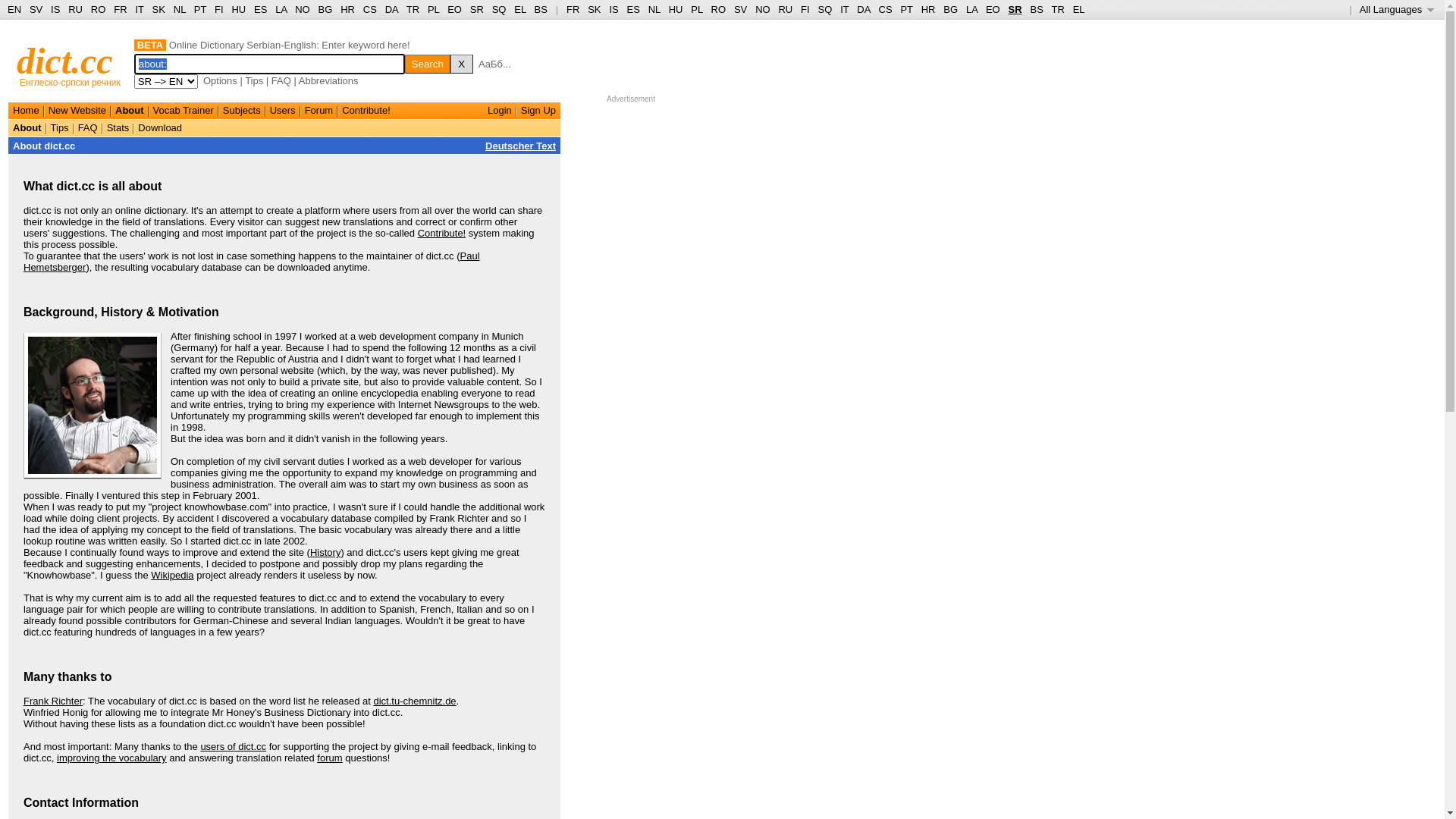  I want to click on 'users of dict.cc', so click(232, 745).